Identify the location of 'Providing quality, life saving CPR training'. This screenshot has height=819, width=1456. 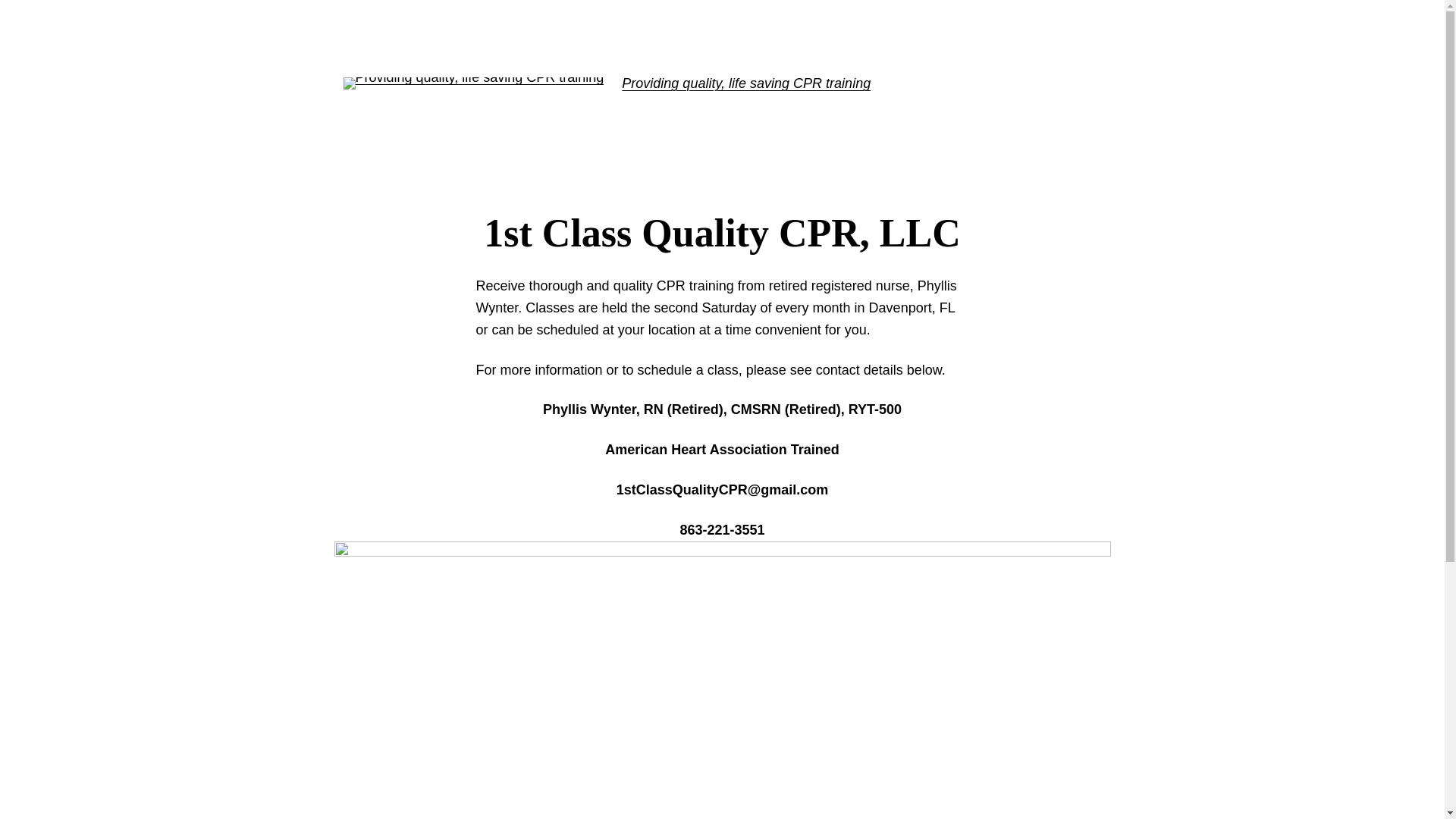
(745, 83).